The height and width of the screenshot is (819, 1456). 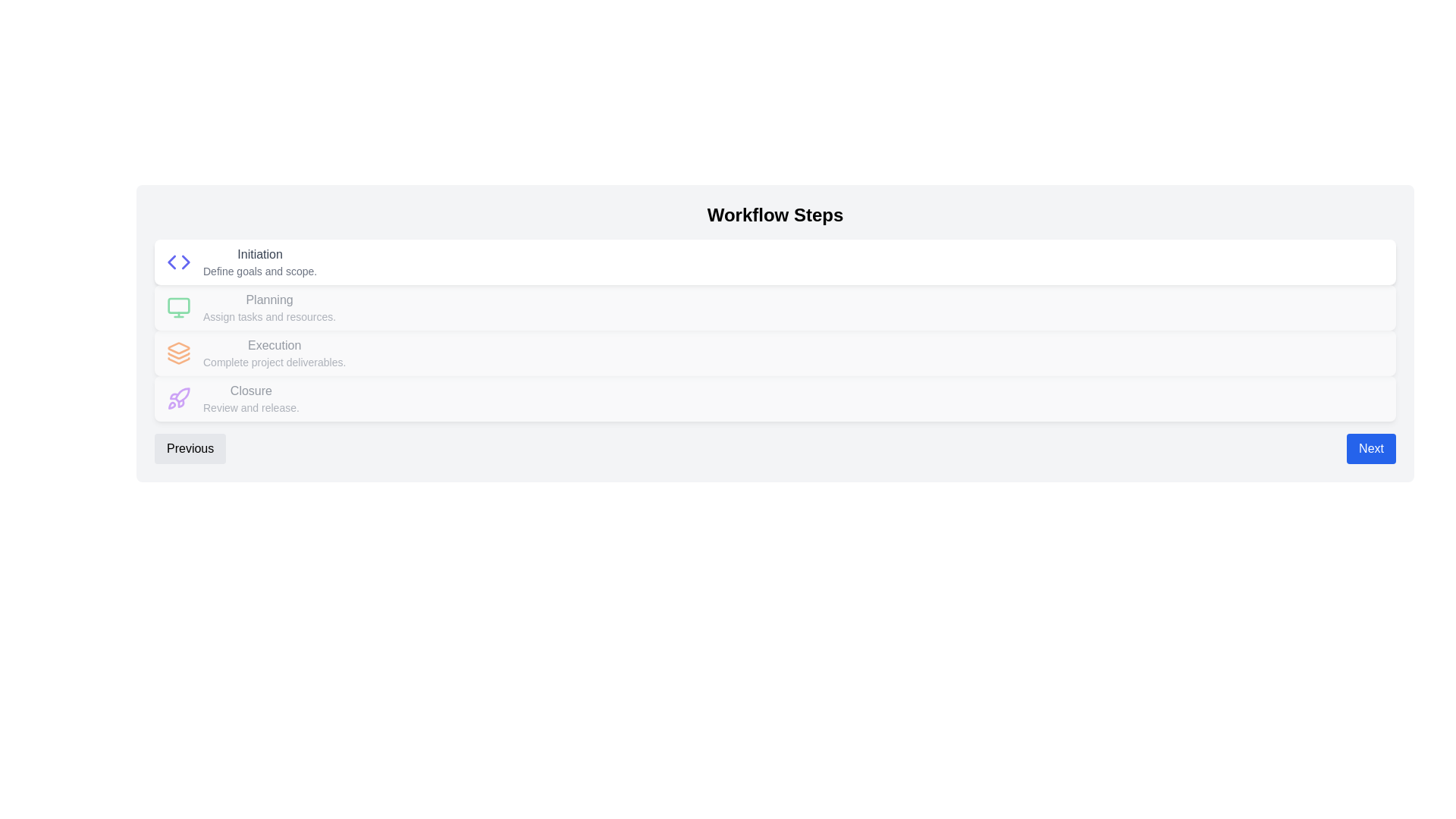 What do you see at coordinates (260, 253) in the screenshot?
I see `the text label displaying 'Initiation' in gray color, positioned on a horizontal white panel above the description 'Define goals and scope.'` at bounding box center [260, 253].